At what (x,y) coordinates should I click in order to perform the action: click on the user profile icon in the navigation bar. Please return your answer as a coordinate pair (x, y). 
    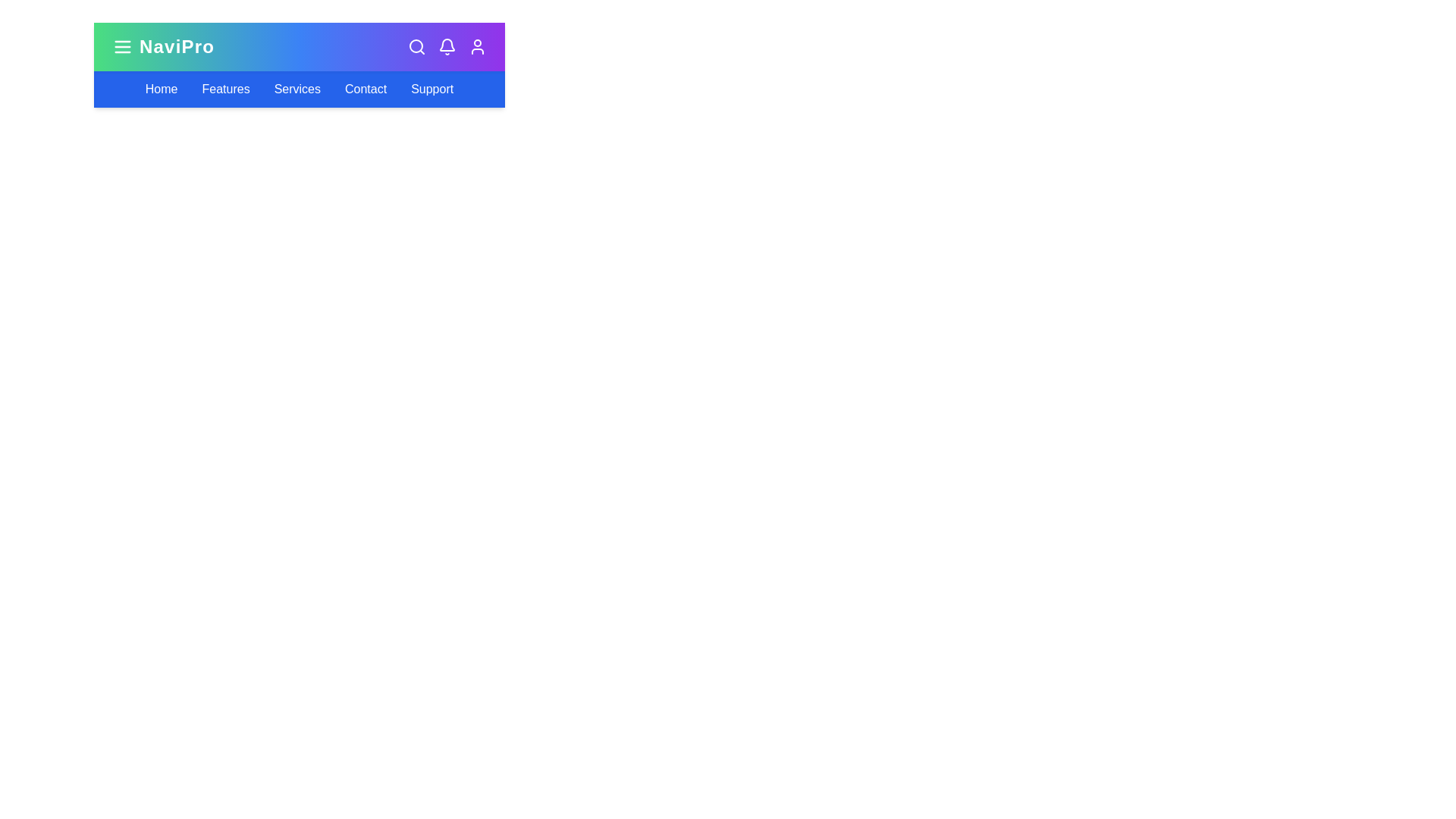
    Looking at the image, I should click on (476, 45).